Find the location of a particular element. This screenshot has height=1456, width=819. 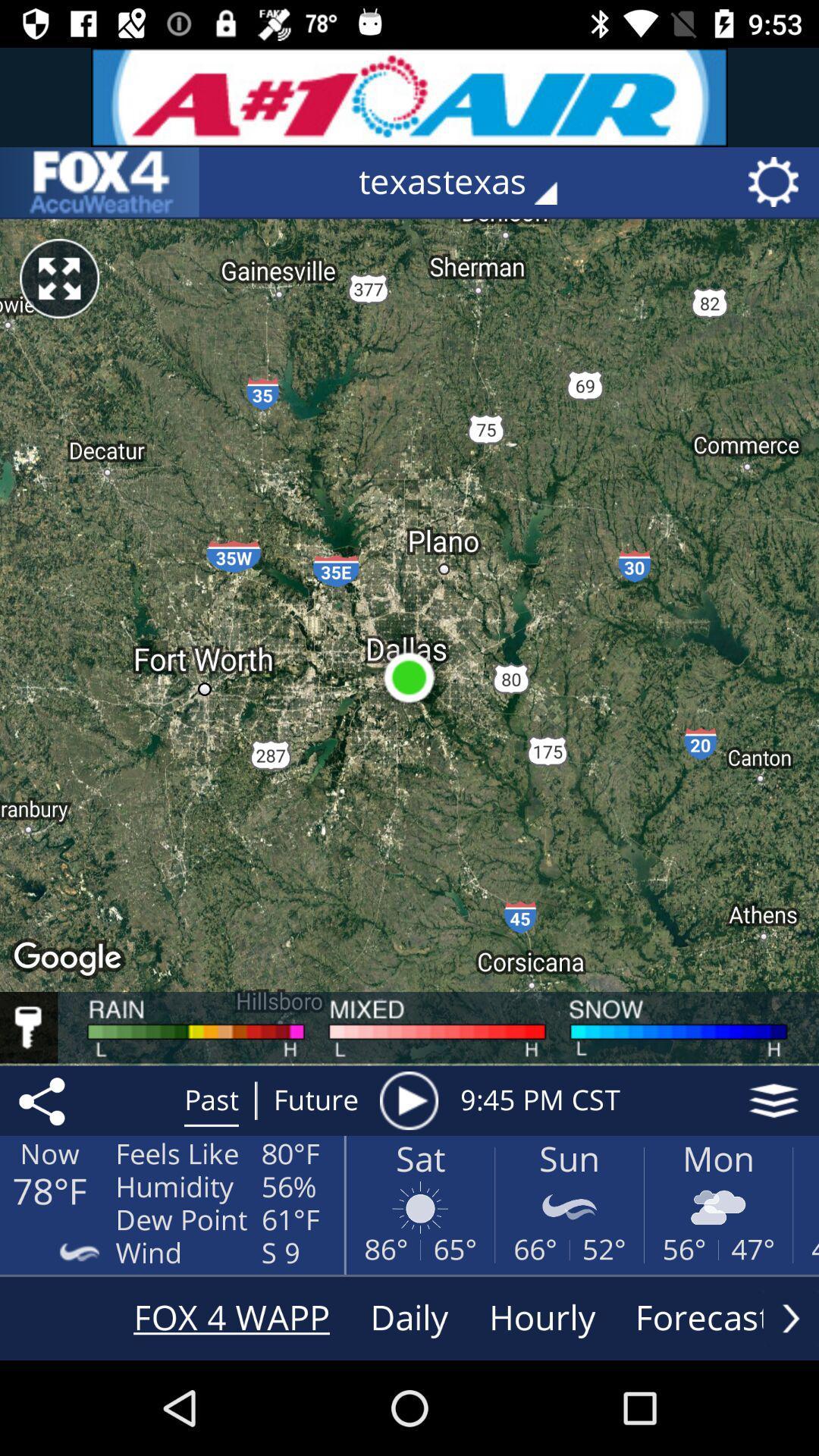

animate map weather is located at coordinates (408, 1100).